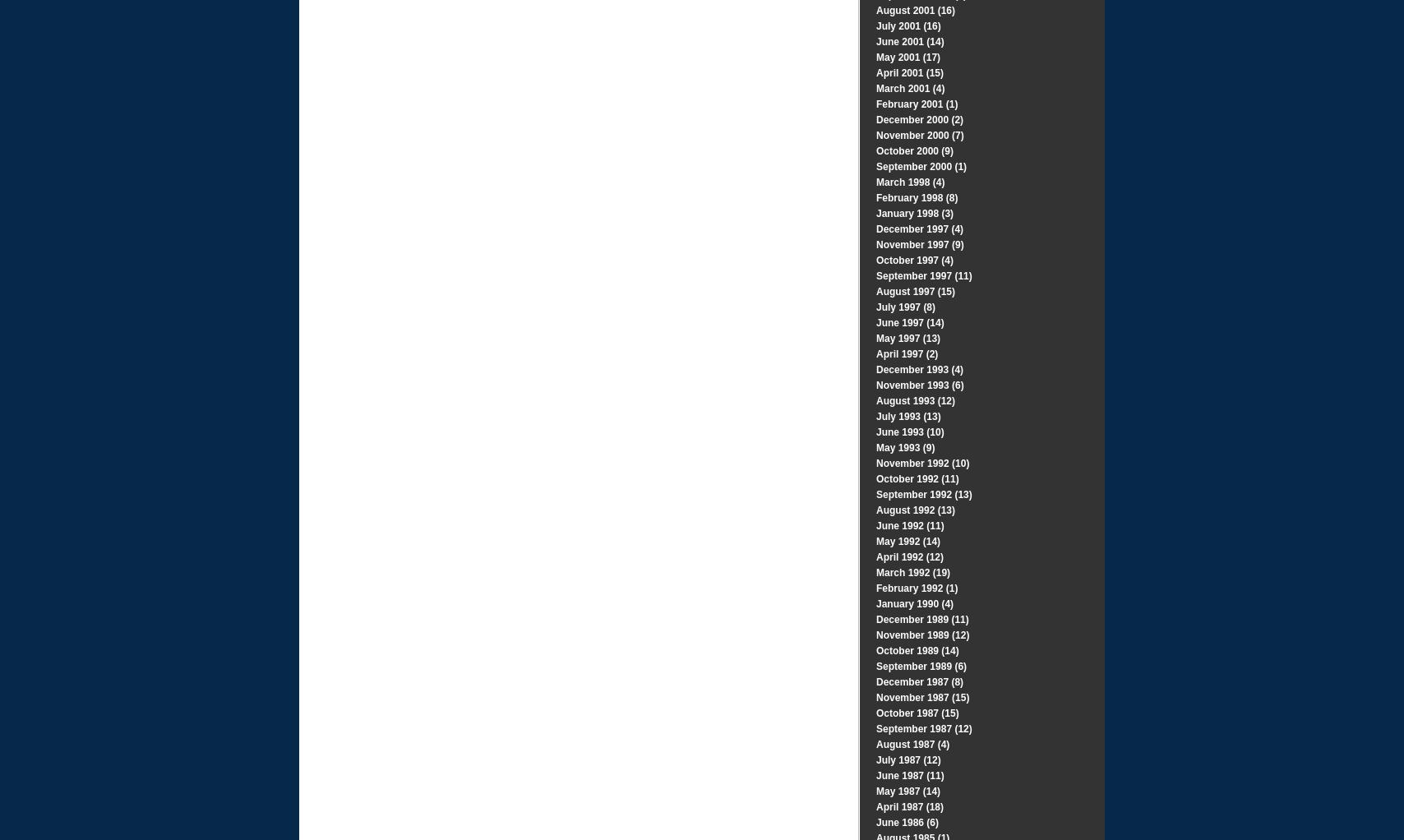 The height and width of the screenshot is (840, 1404). Describe the element at coordinates (875, 417) in the screenshot. I see `'July 1993 (13)'` at that location.